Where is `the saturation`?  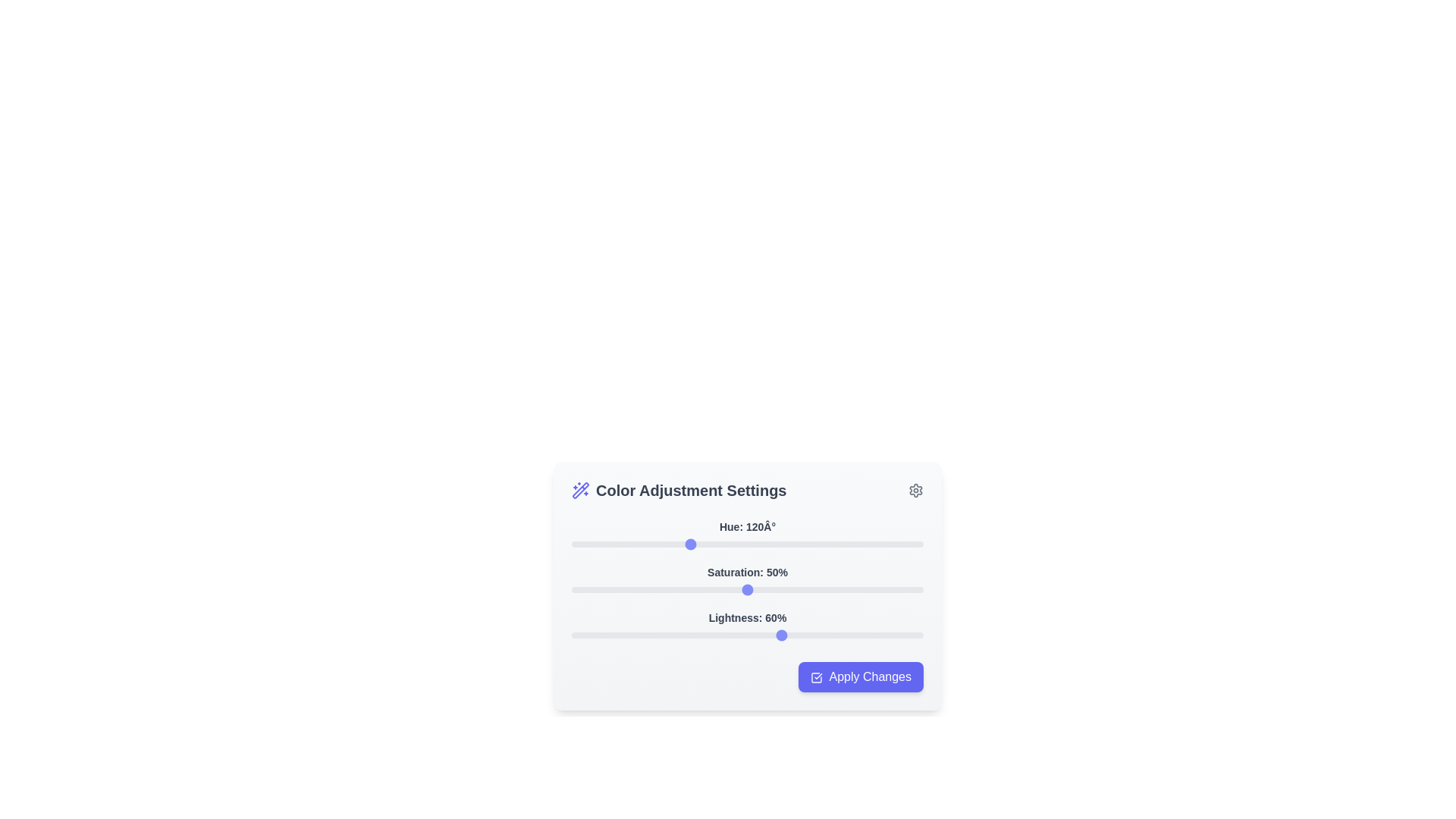 the saturation is located at coordinates (679, 589).